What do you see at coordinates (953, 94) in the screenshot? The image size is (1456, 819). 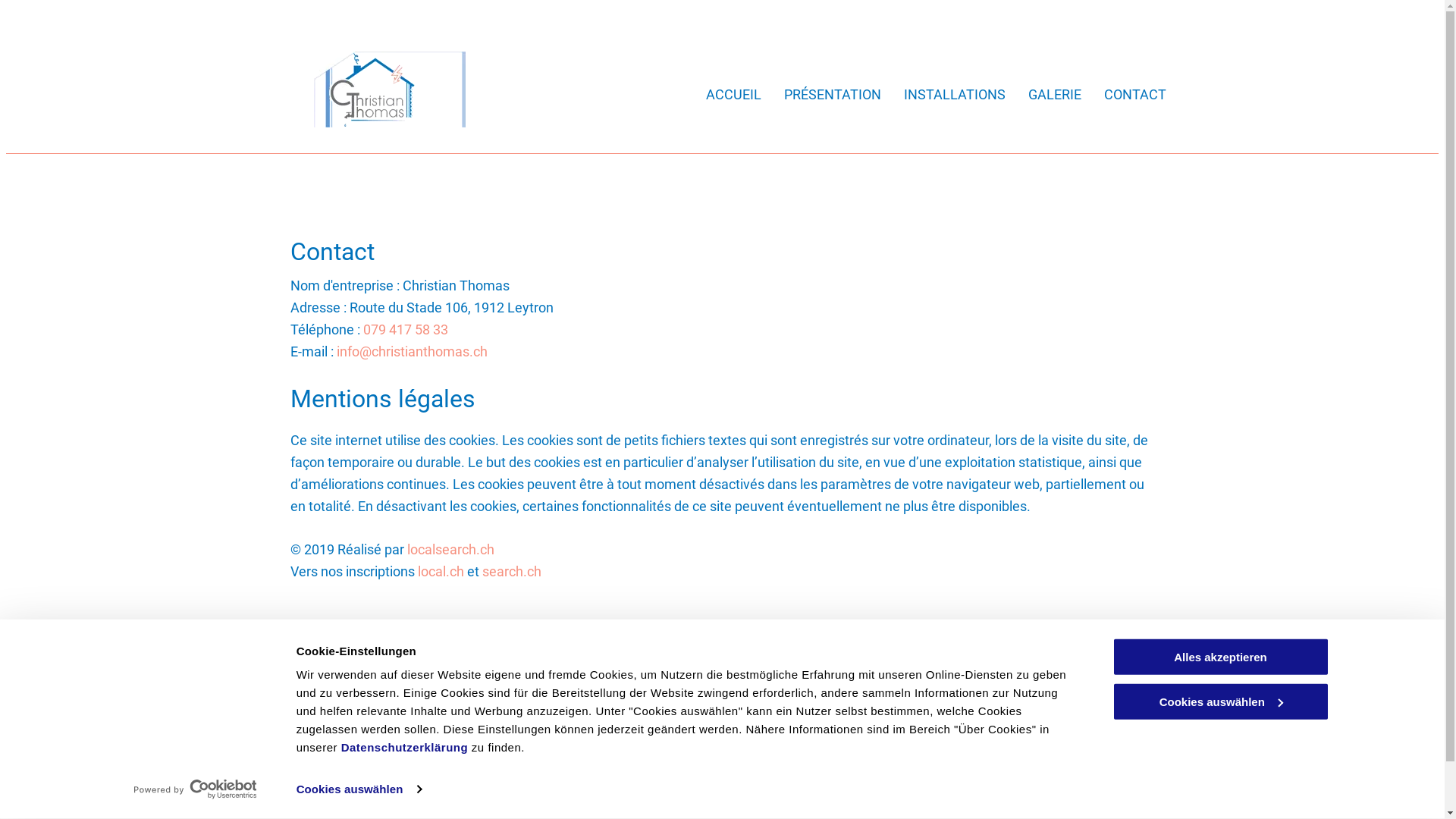 I see `'INSTALLATIONS'` at bounding box center [953, 94].